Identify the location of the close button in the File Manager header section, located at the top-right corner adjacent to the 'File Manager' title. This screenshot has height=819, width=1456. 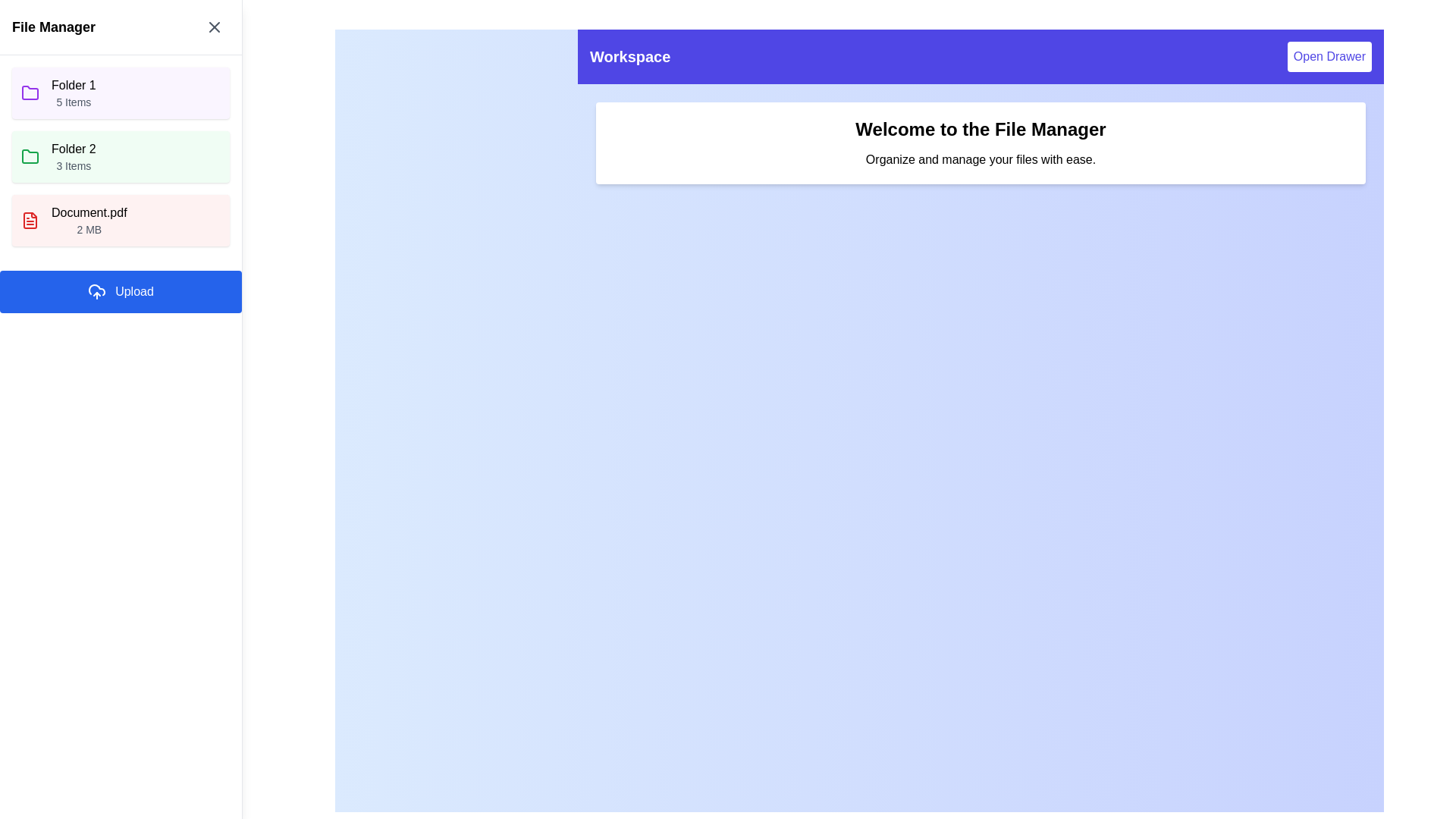
(214, 27).